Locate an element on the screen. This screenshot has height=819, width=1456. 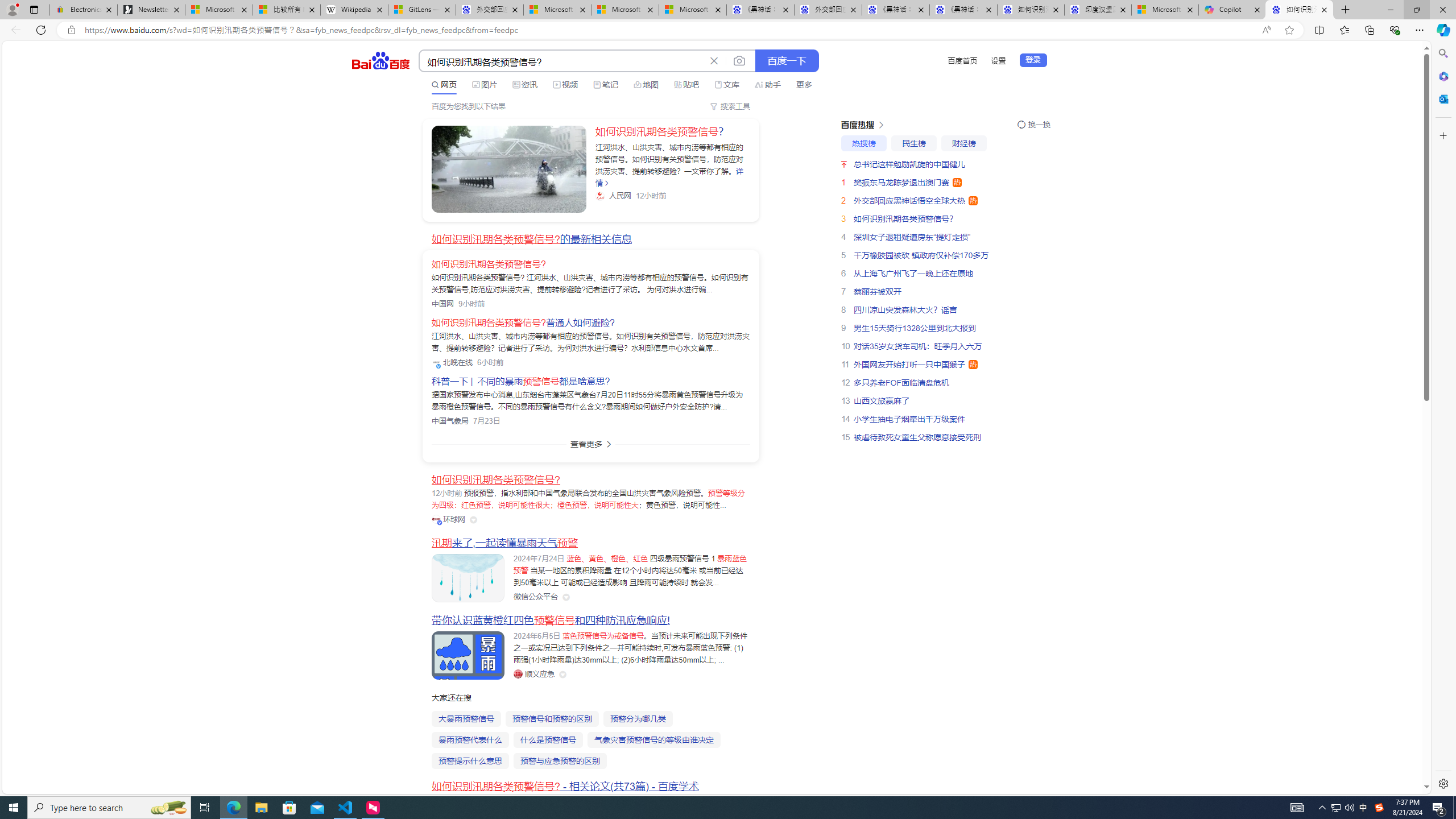
'Electronics, Cars, Fashion, Collectibles & More | eBay' is located at coordinates (83, 9).